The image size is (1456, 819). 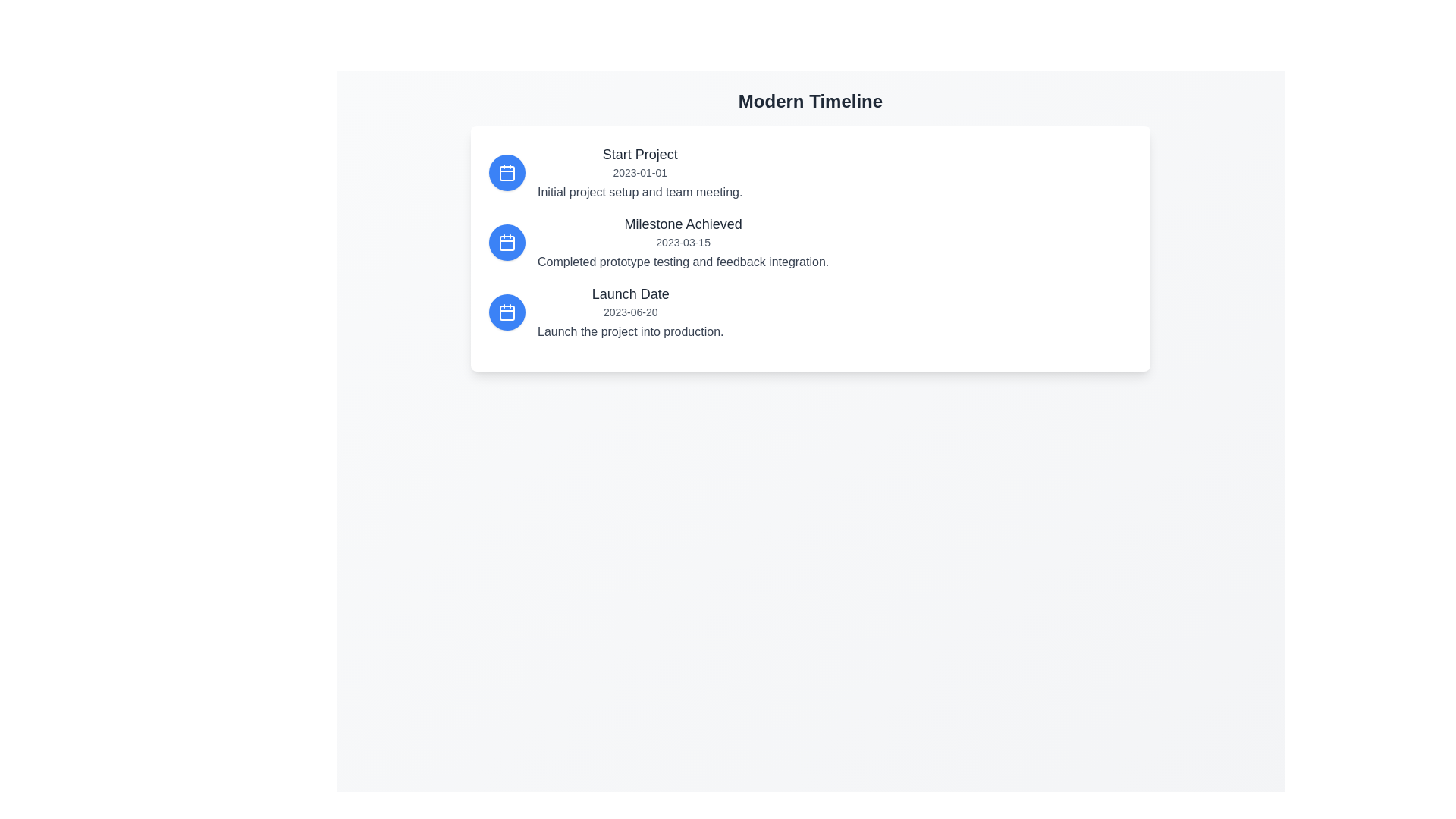 I want to click on the circular blue icon with a white calendar representing an event, located next to the 'Milestone Achieved' entry in the timeline, so click(x=507, y=242).